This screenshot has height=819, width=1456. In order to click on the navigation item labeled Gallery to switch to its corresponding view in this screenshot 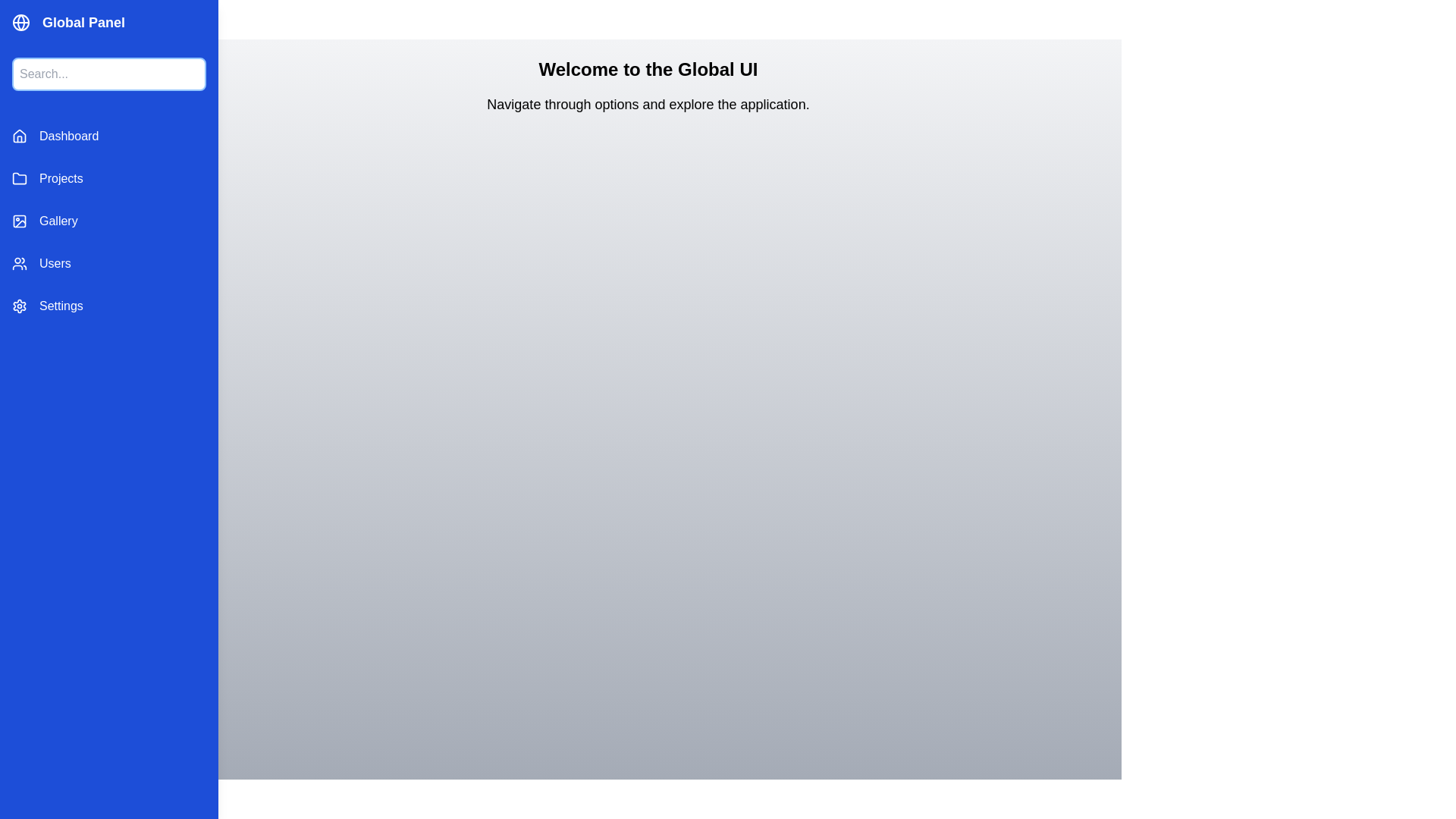, I will do `click(108, 221)`.